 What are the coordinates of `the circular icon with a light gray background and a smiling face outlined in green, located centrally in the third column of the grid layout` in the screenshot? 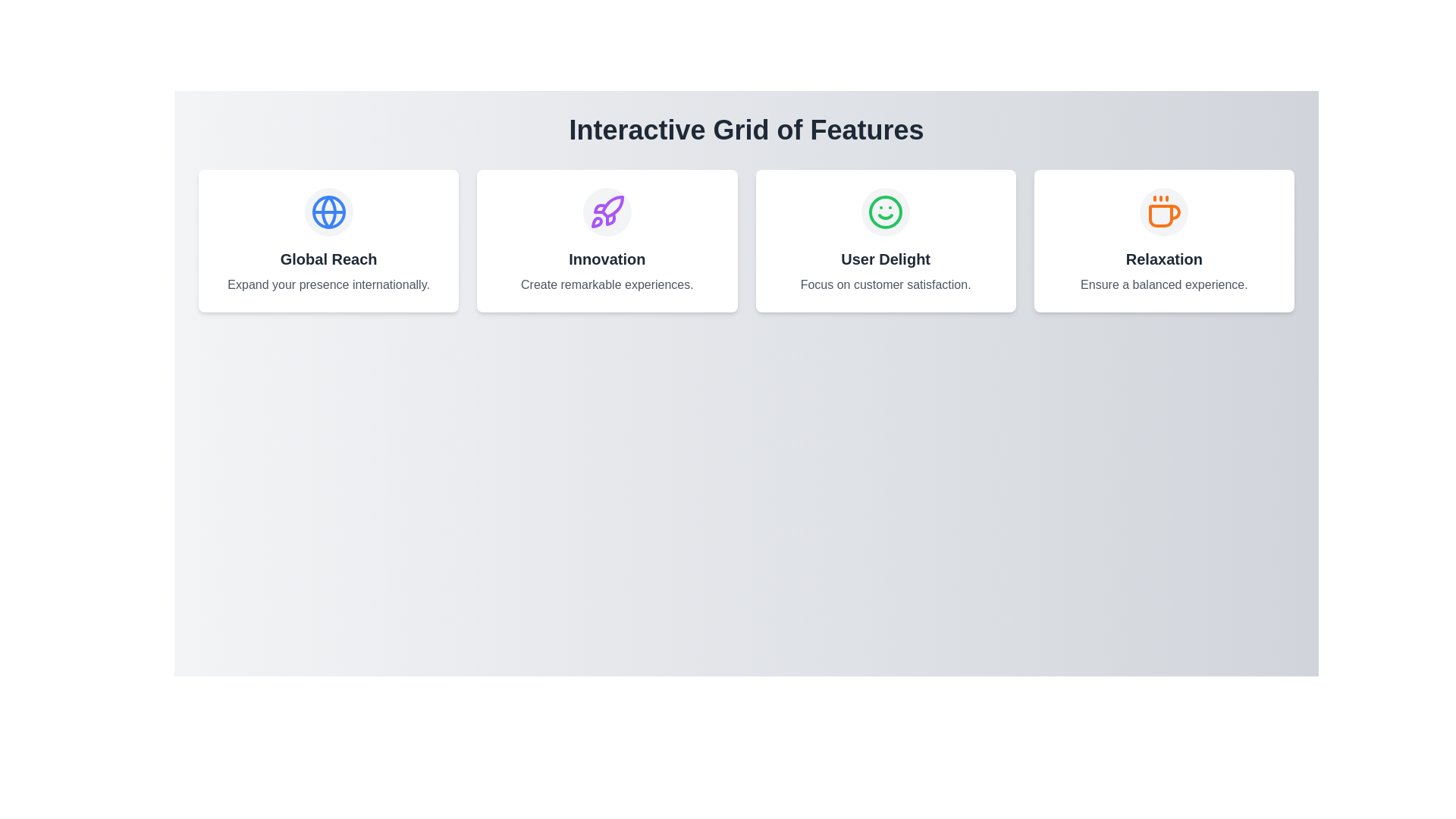 It's located at (886, 212).